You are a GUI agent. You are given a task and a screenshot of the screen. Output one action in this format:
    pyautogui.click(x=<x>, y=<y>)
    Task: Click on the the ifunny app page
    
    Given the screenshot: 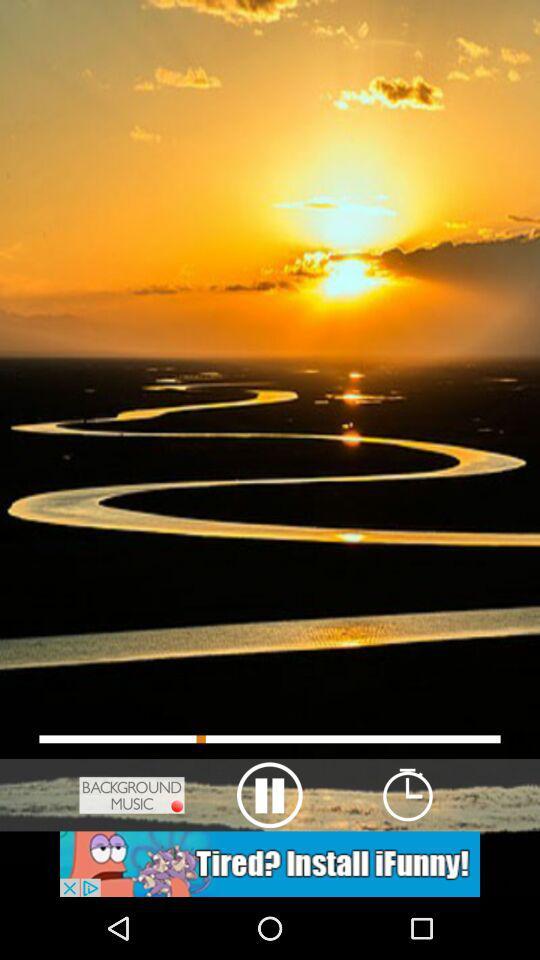 What is the action you would take?
    pyautogui.click(x=270, y=863)
    